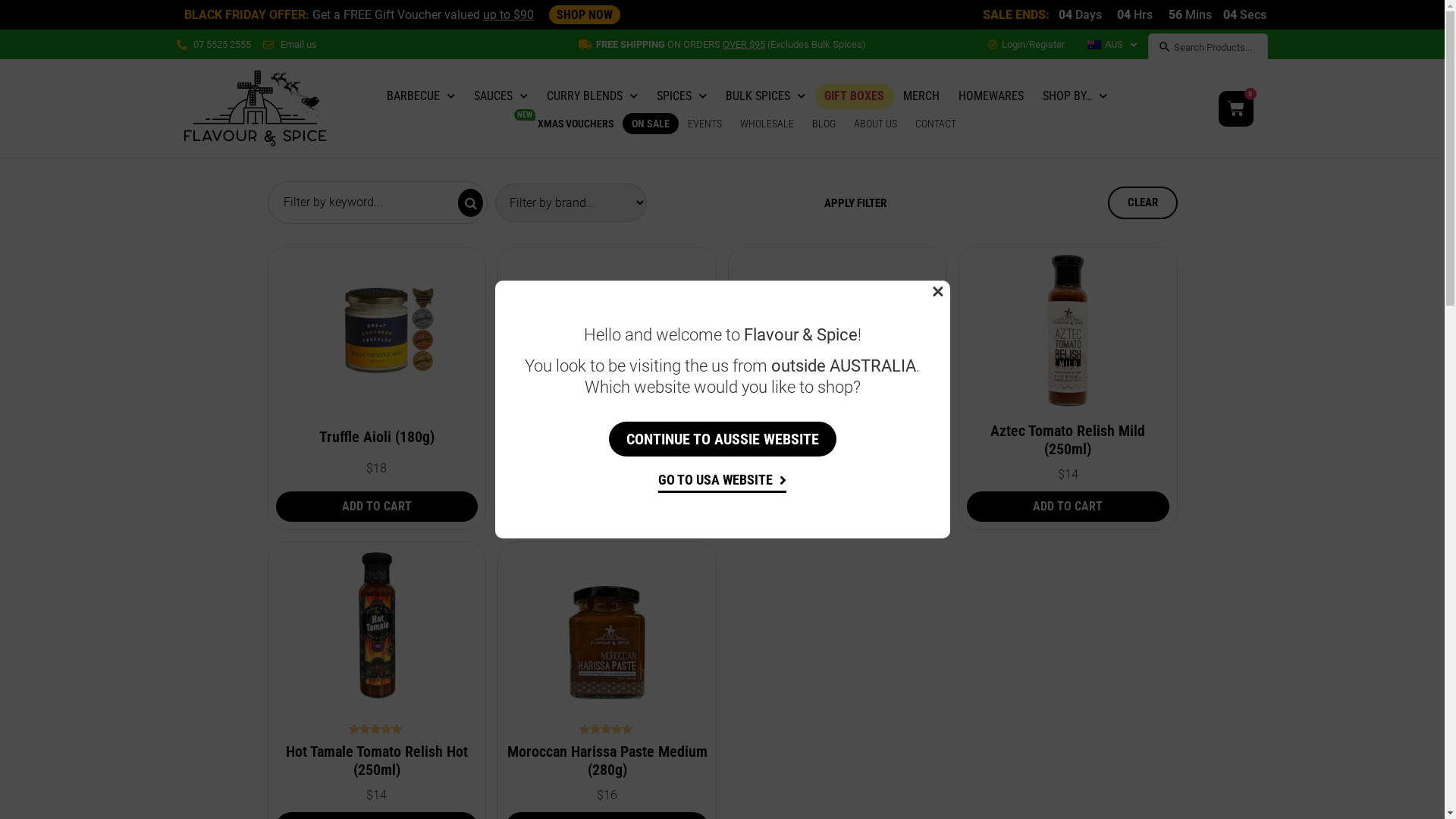  Describe the element at coordinates (1112, 43) in the screenshot. I see `'AUS'` at that location.